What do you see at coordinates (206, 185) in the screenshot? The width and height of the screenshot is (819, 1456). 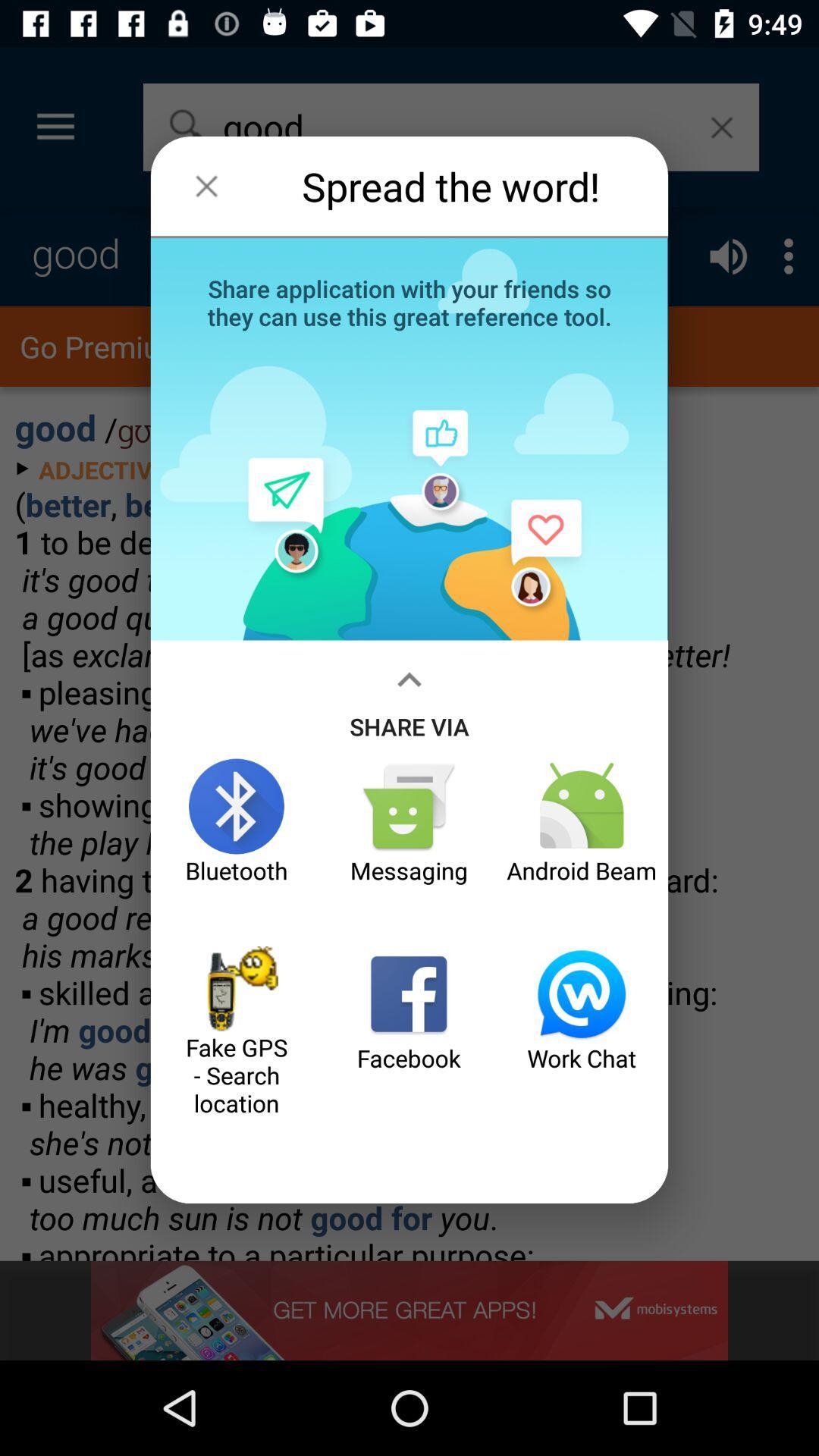 I see `the icon next to spread the word! item` at bounding box center [206, 185].